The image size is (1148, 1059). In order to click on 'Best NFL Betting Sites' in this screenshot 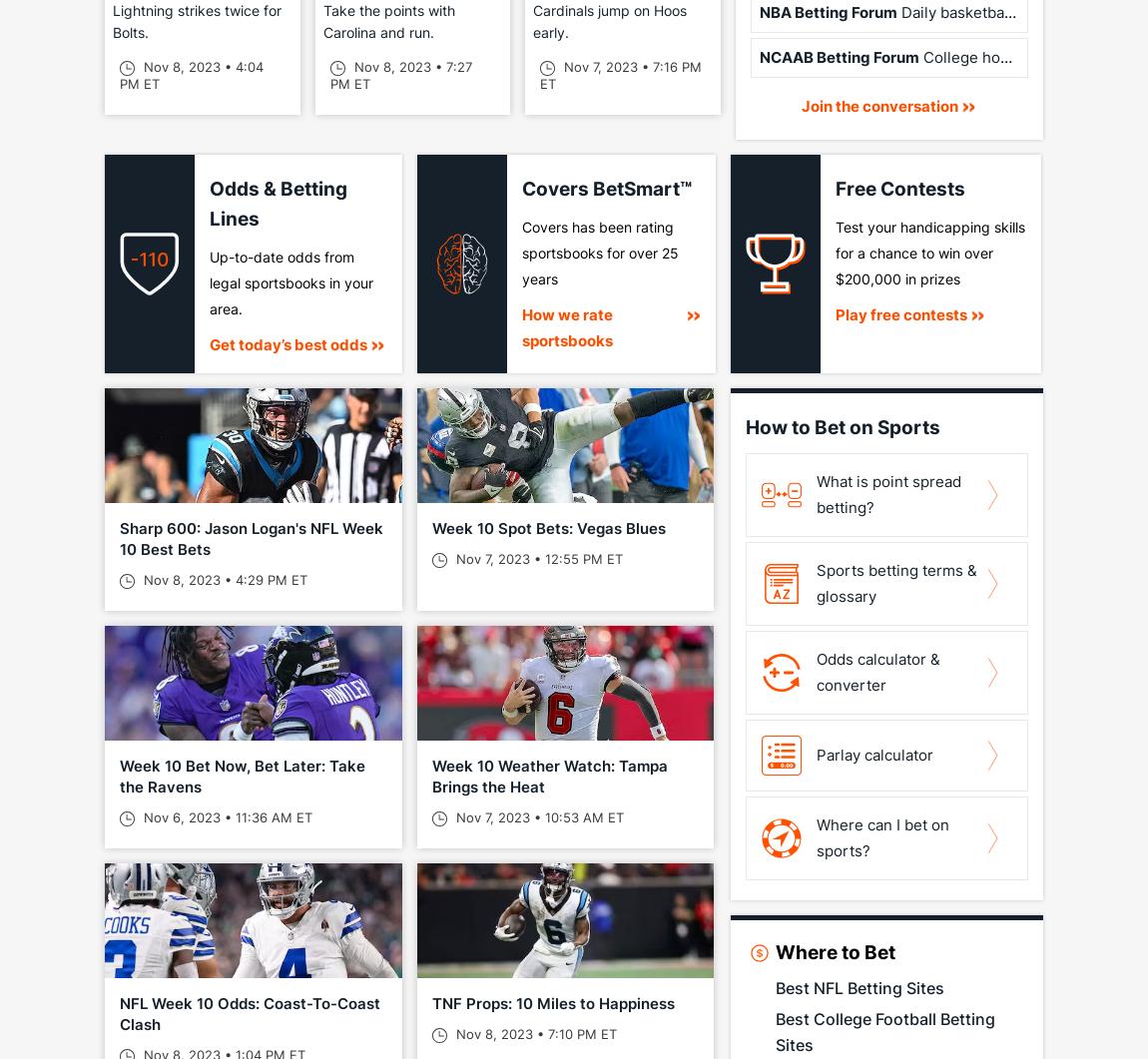, I will do `click(858, 987)`.